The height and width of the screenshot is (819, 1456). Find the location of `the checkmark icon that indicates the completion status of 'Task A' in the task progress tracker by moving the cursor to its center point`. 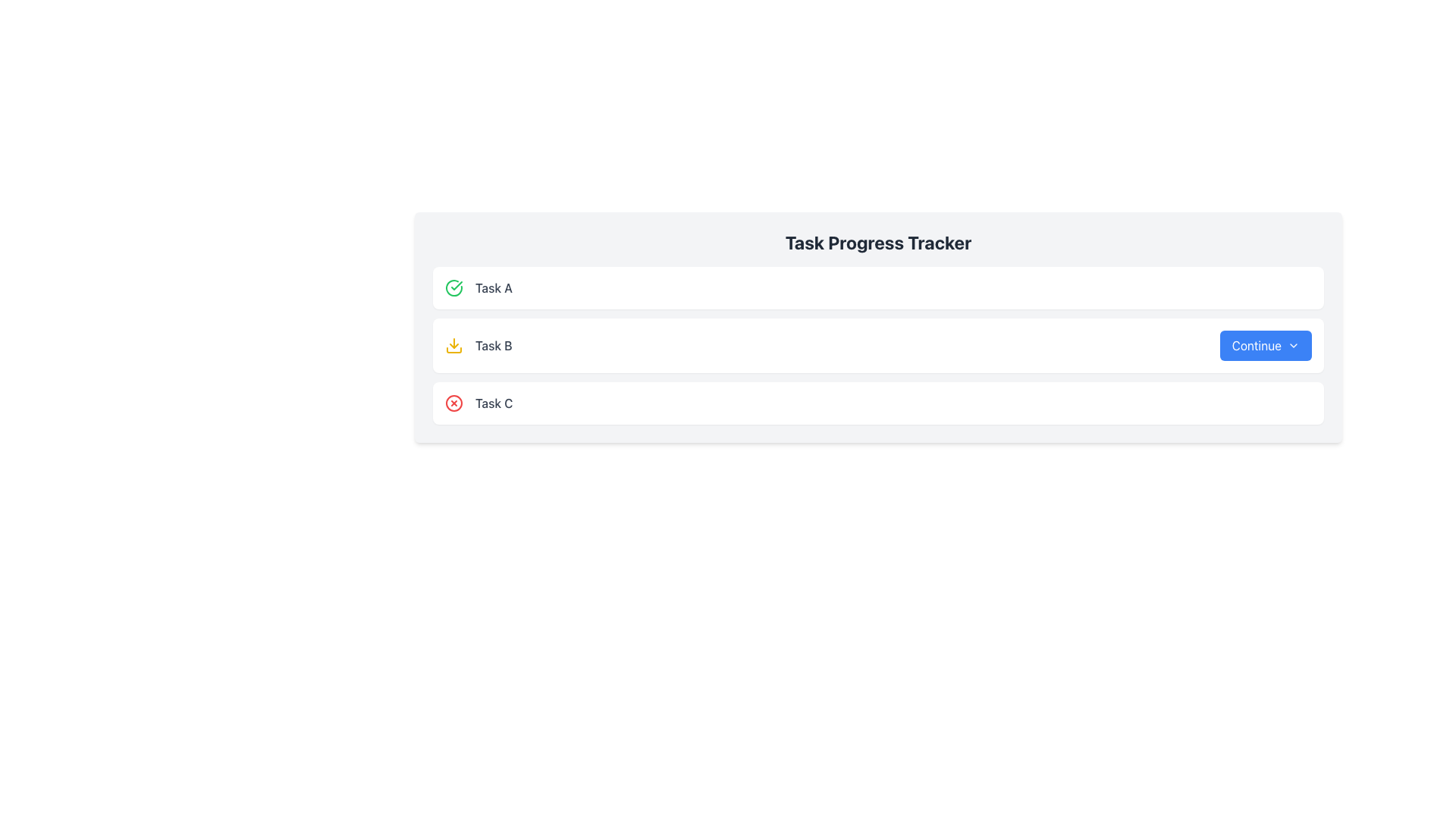

the checkmark icon that indicates the completion status of 'Task A' in the task progress tracker by moving the cursor to its center point is located at coordinates (456, 286).